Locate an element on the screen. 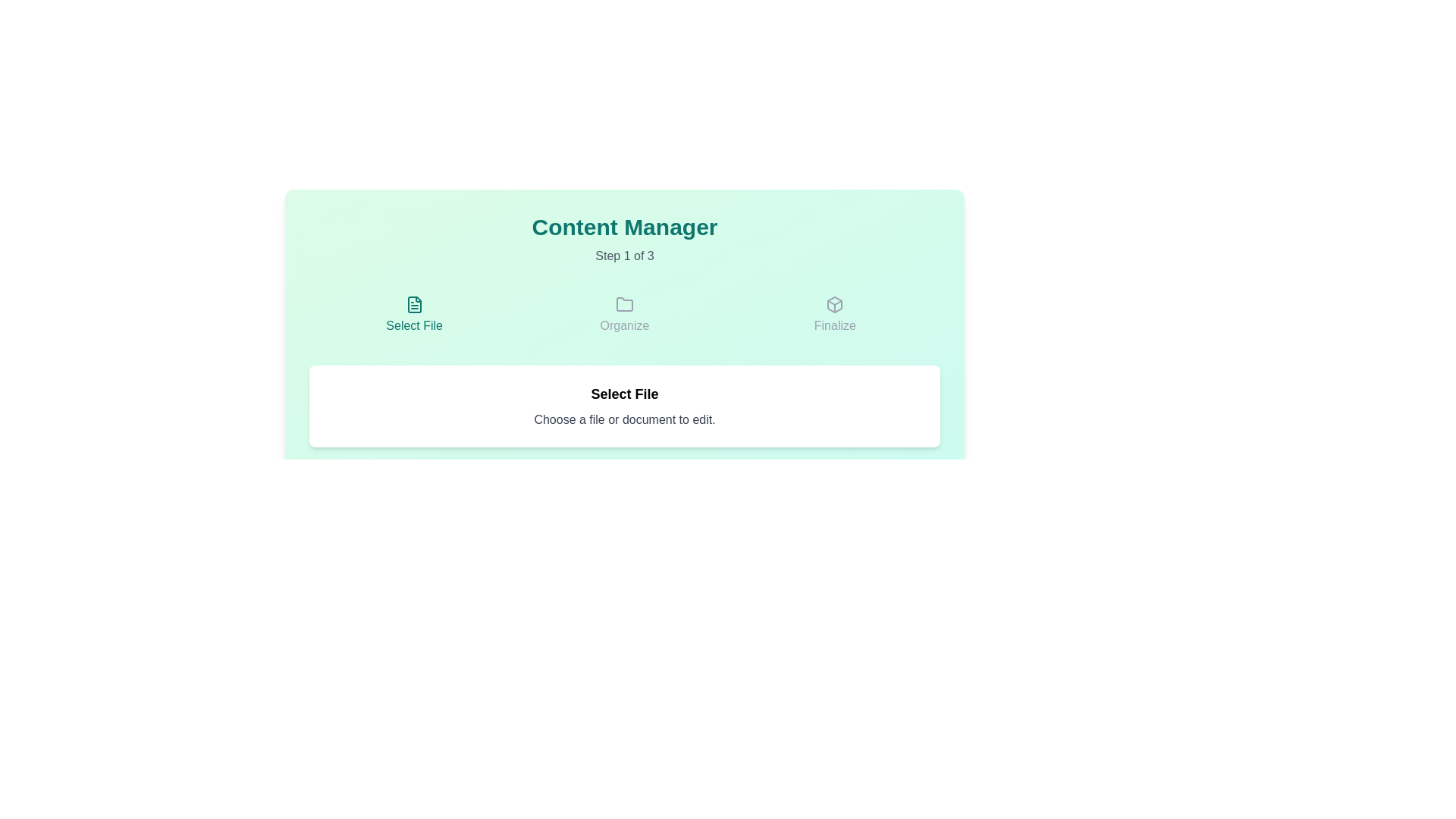 The image size is (1456, 819). the 'Finalize' icon located at the right end of the horizontal row, which serves as a visual indicator or button for finalizing a process is located at coordinates (834, 304).